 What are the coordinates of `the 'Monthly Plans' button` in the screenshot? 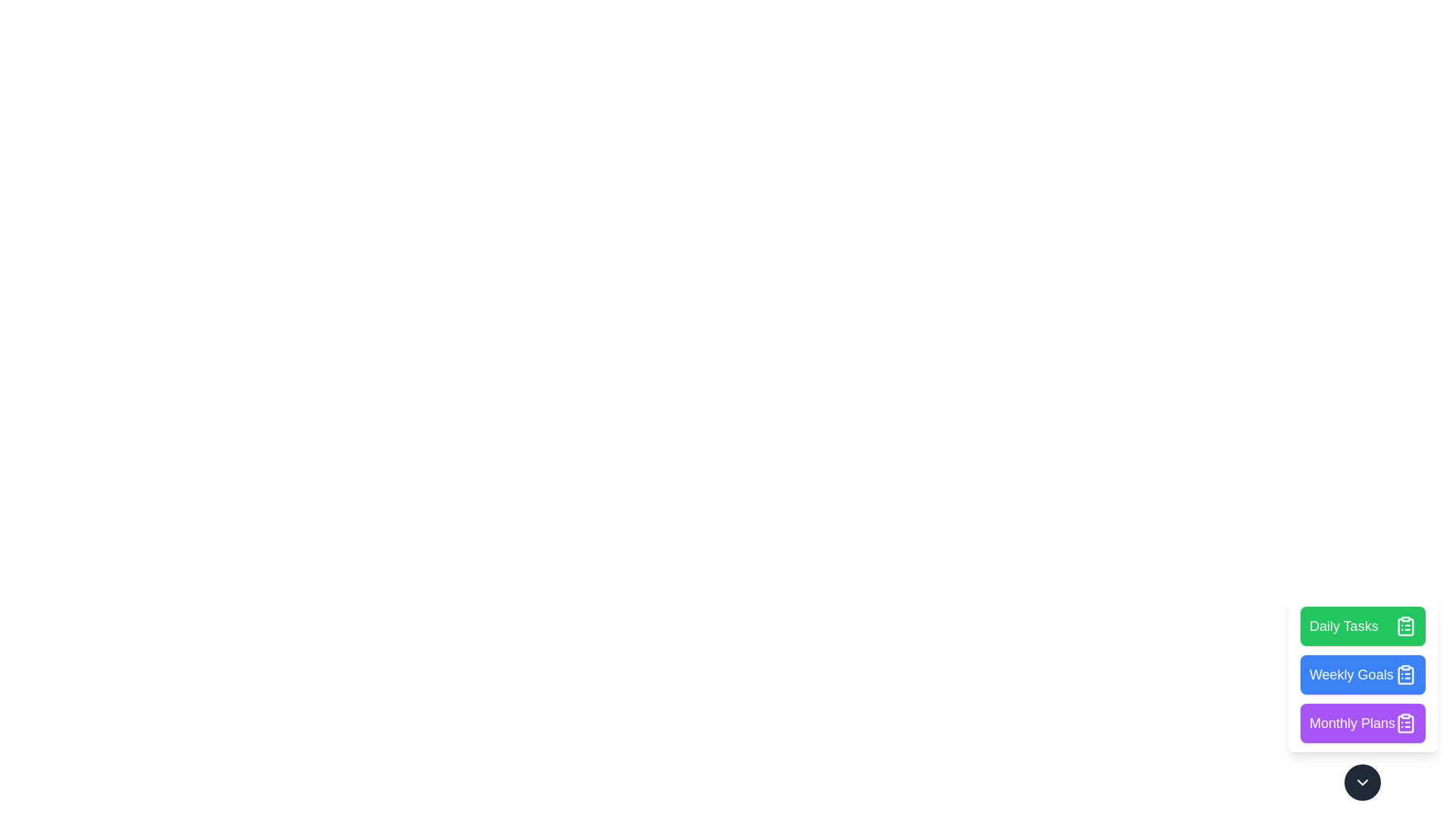 It's located at (1363, 722).